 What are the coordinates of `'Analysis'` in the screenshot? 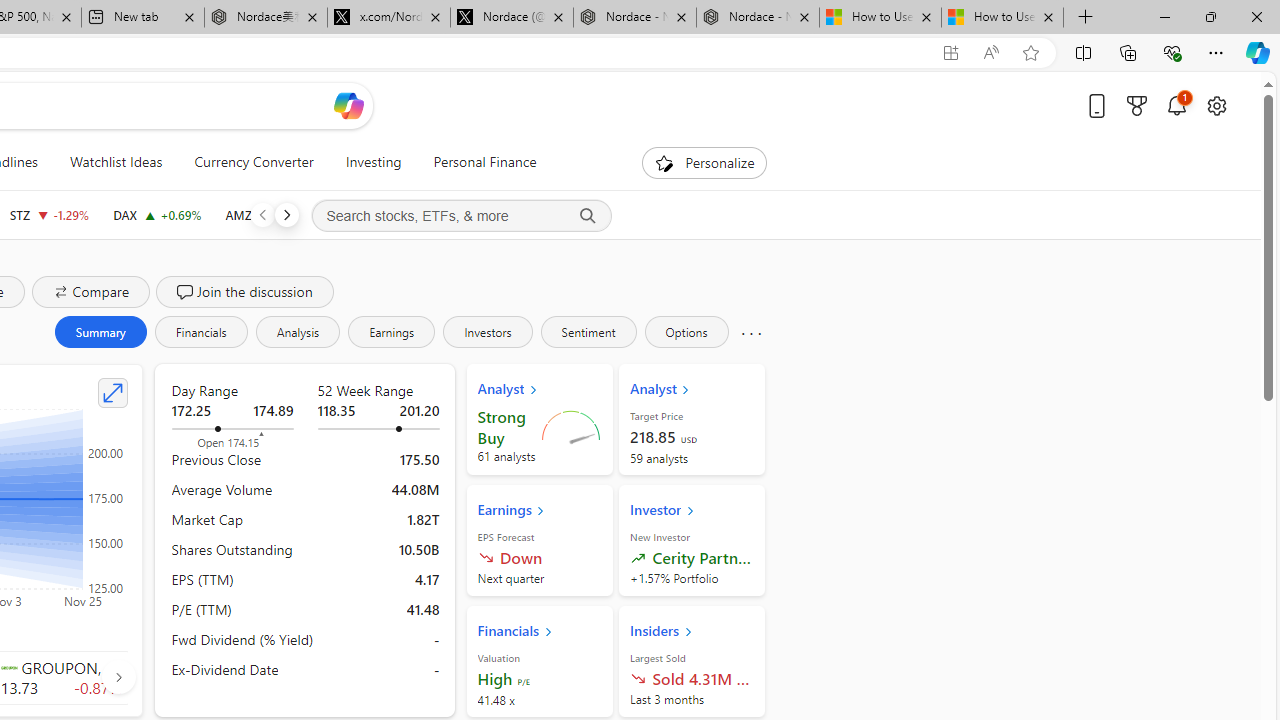 It's located at (296, 330).